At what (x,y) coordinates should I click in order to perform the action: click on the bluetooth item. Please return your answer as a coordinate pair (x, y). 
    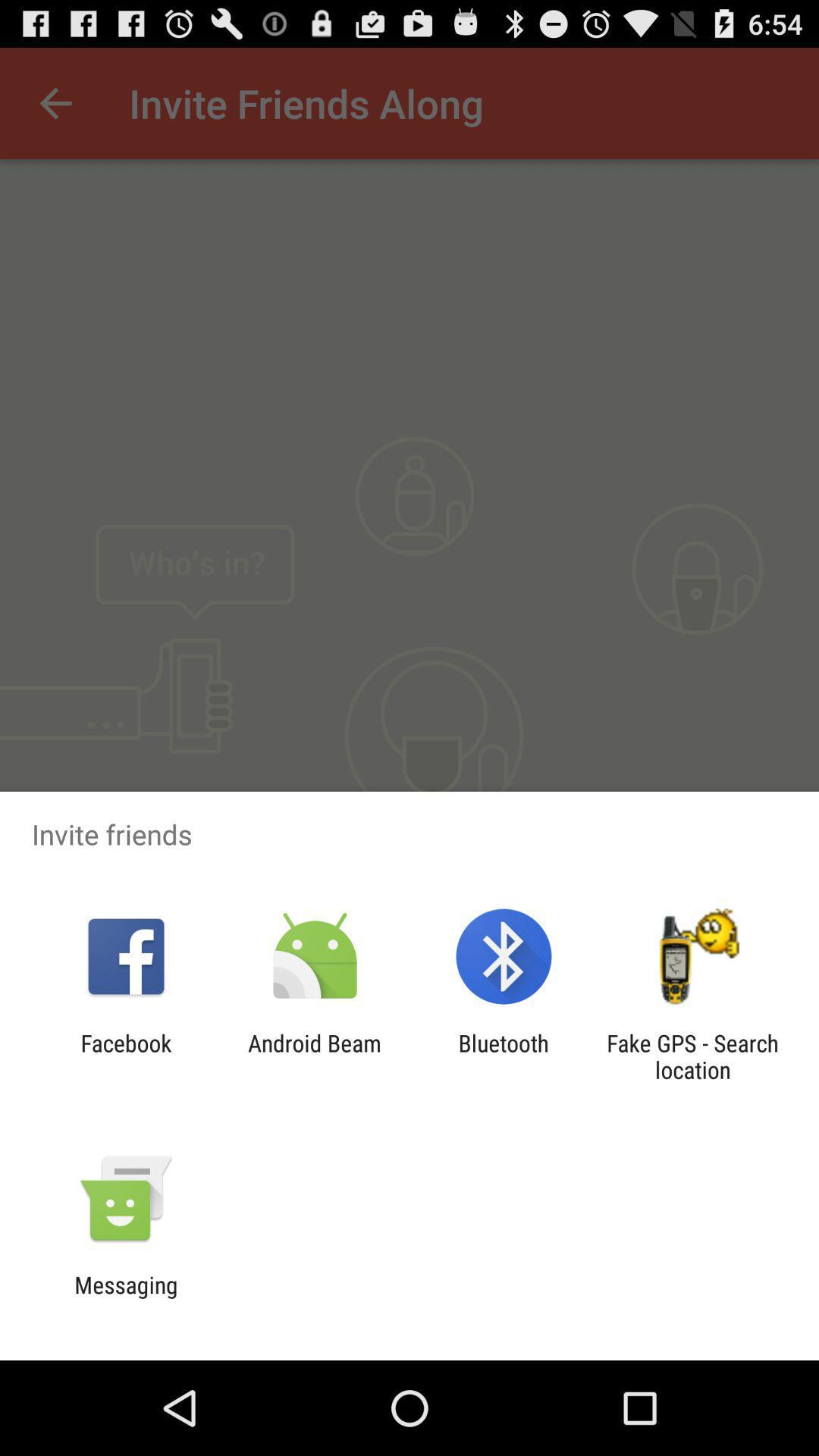
    Looking at the image, I should click on (504, 1056).